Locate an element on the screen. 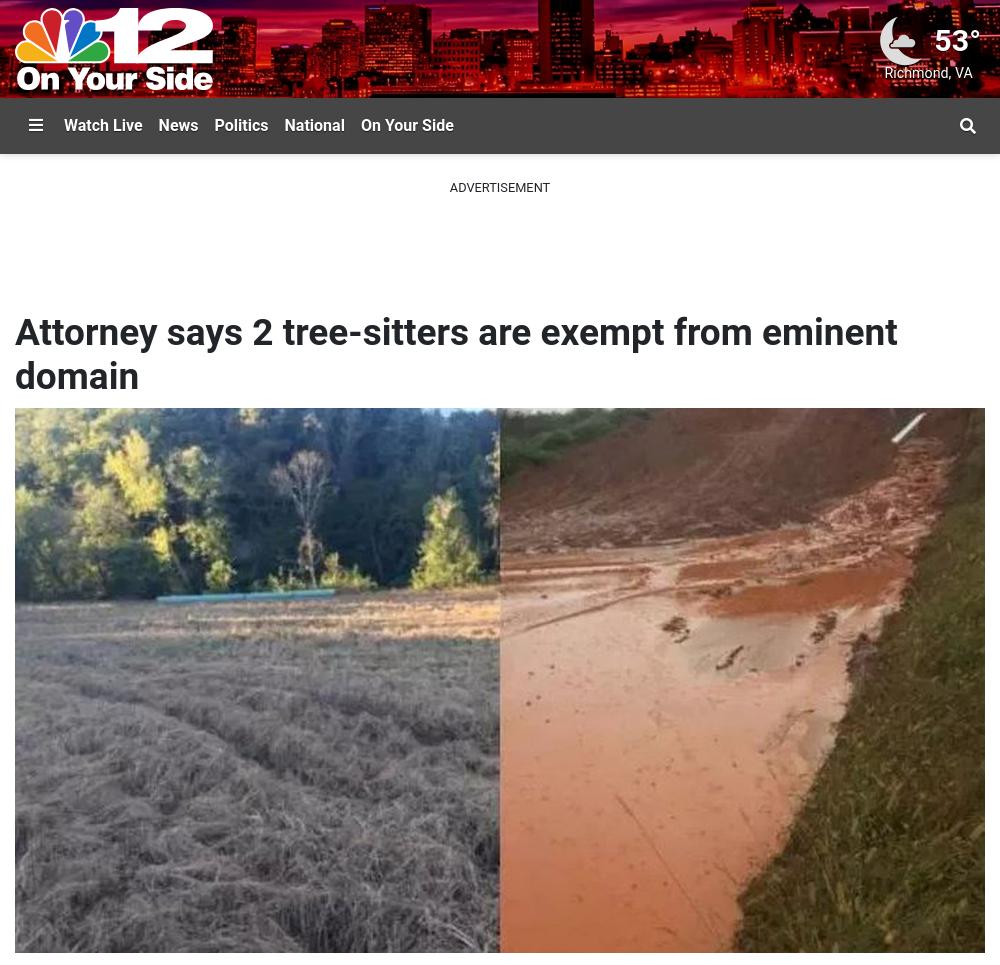  'Watch Live' is located at coordinates (102, 124).